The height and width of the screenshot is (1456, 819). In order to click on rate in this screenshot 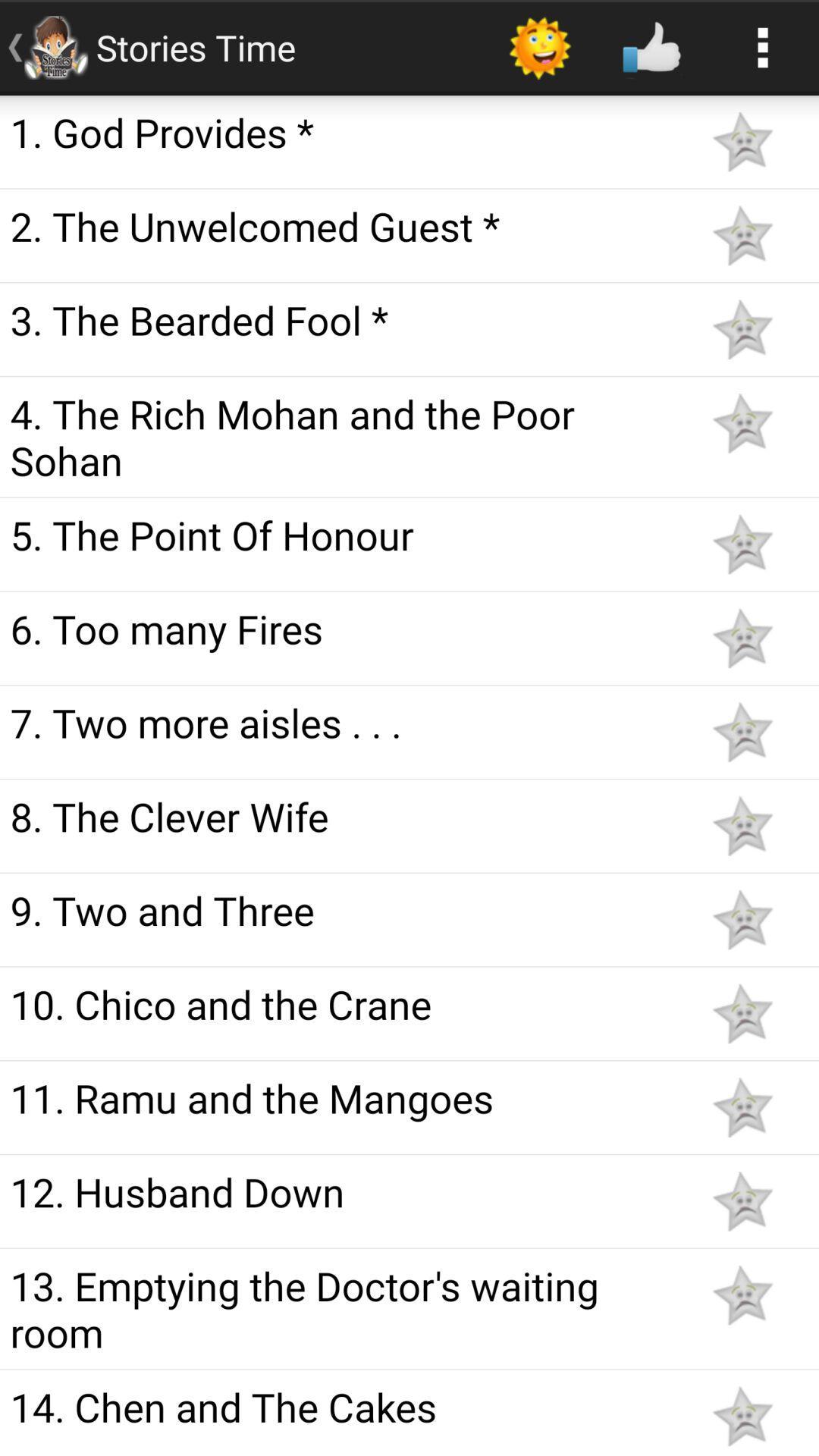, I will do `click(742, 1107)`.